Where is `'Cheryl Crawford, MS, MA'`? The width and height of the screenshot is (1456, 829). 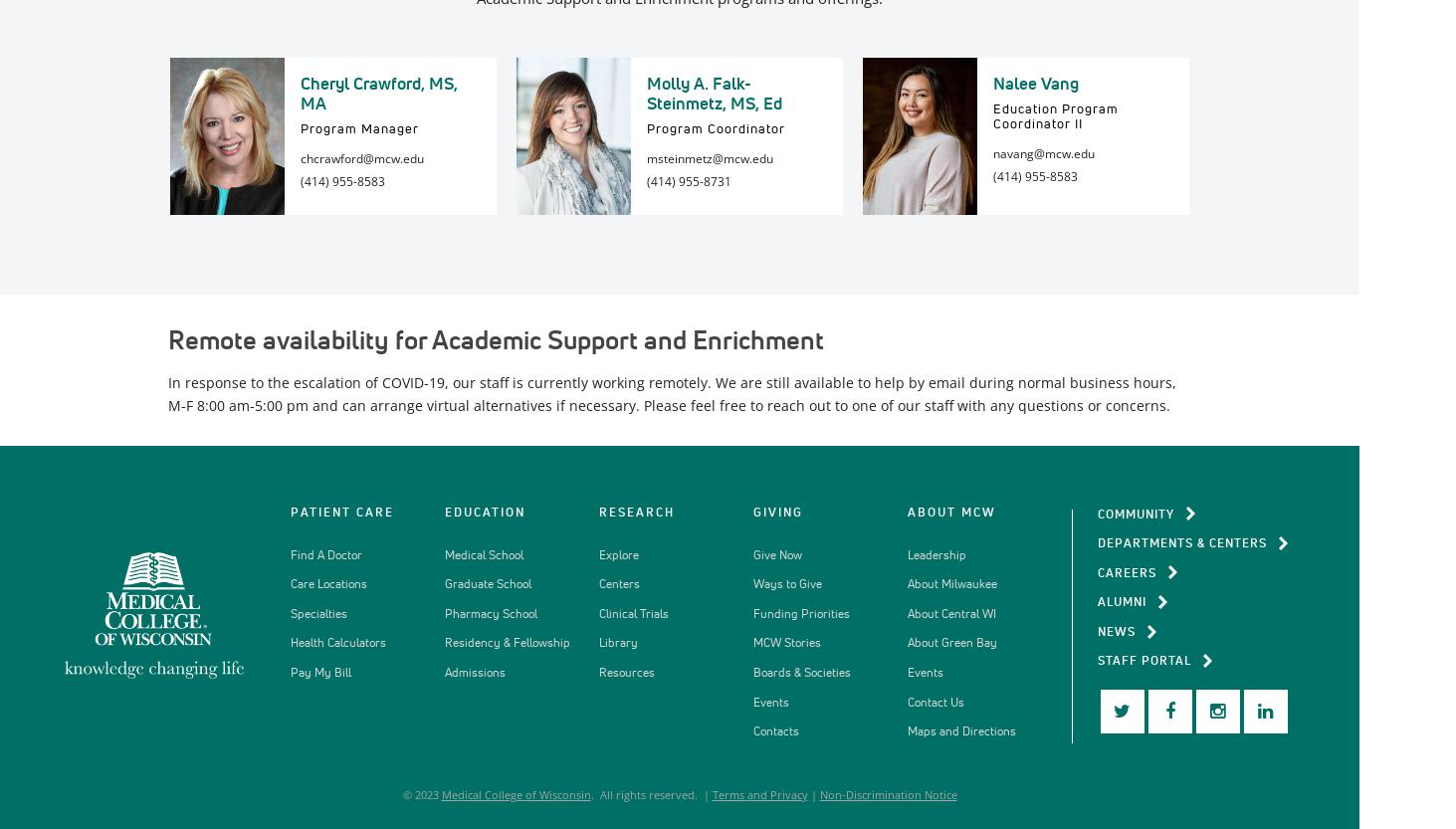 'Cheryl Crawford, MS, MA' is located at coordinates (377, 91).